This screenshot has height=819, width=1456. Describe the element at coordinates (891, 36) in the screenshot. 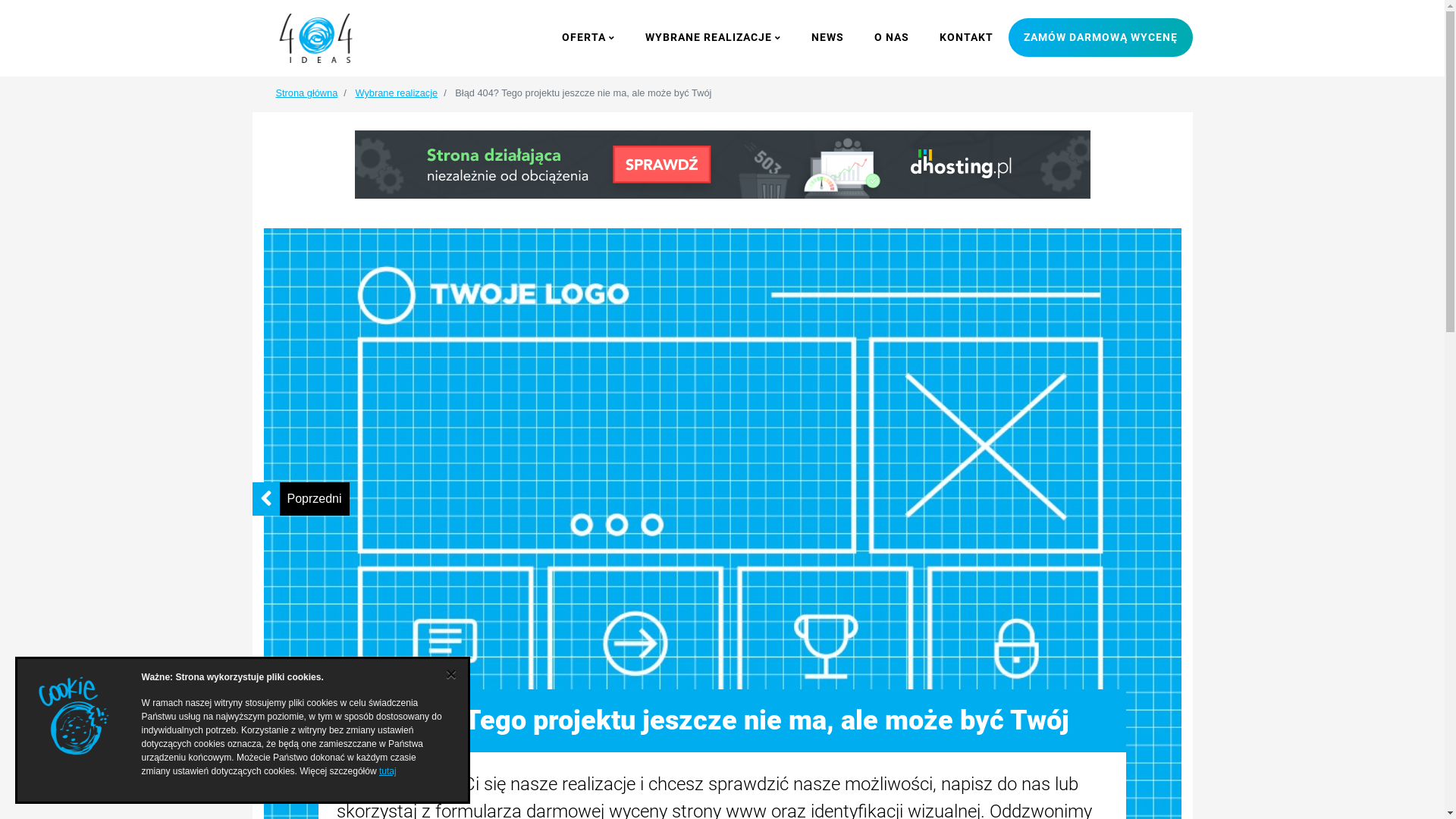

I see `'O NAS'` at that location.